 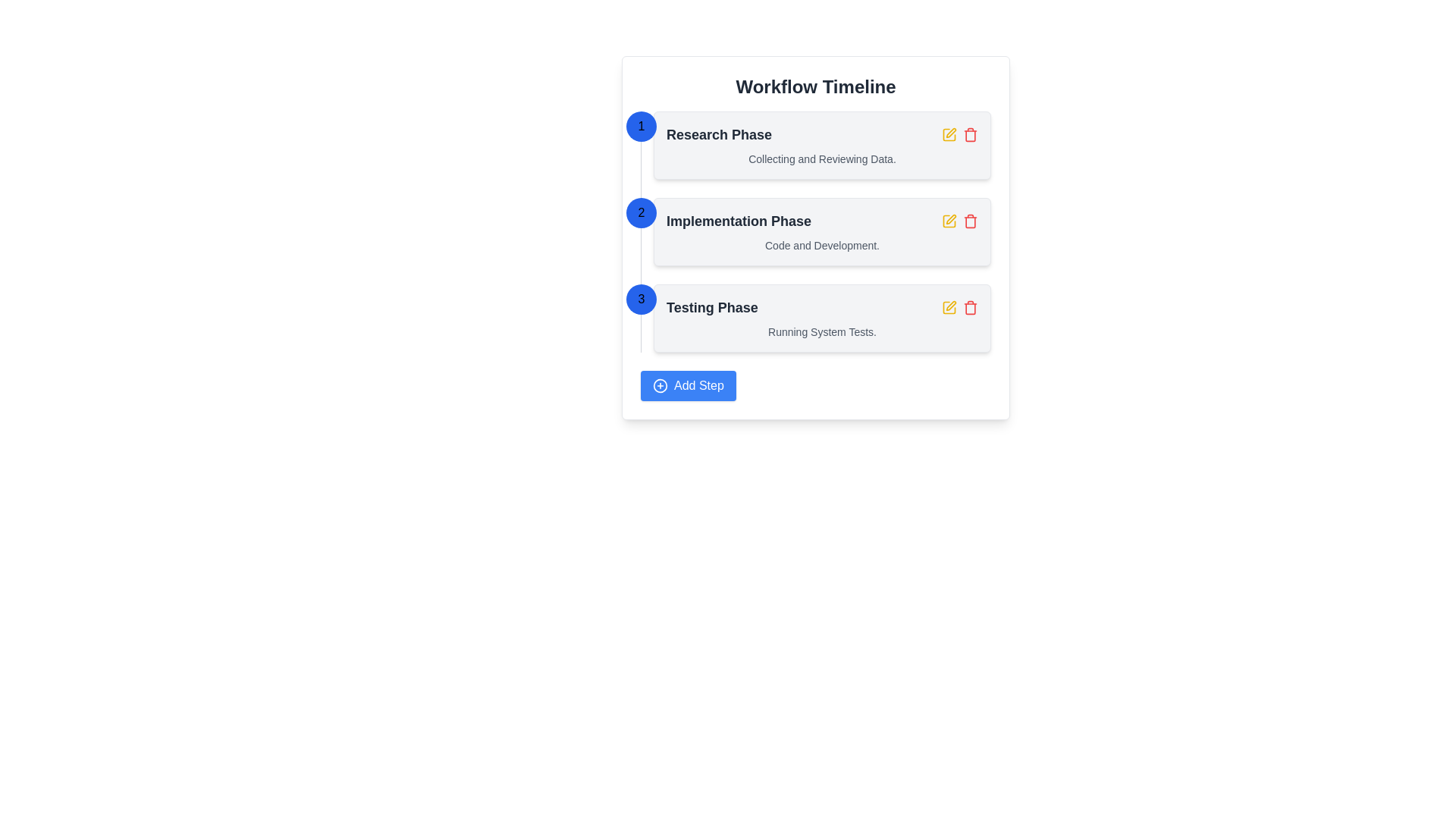 I want to click on the text element that serves as a description or subtitle for the 'Implementation Phase' section, located under the header text, so click(x=821, y=245).